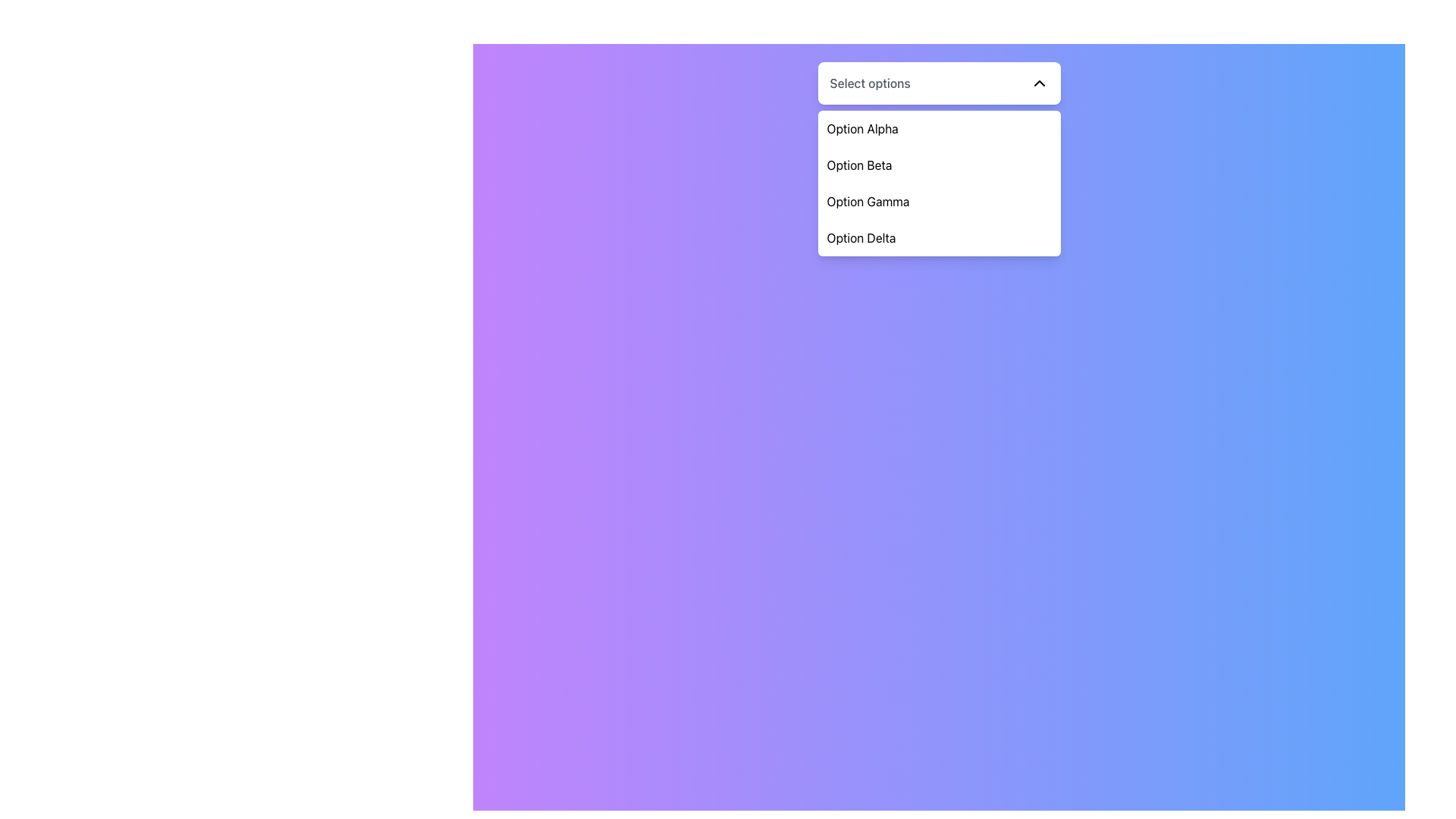 Image resolution: width=1456 pixels, height=819 pixels. Describe the element at coordinates (938, 127) in the screenshot. I see `the first option 'Option Alpha' in the dropdown menu for visual feedback` at that location.